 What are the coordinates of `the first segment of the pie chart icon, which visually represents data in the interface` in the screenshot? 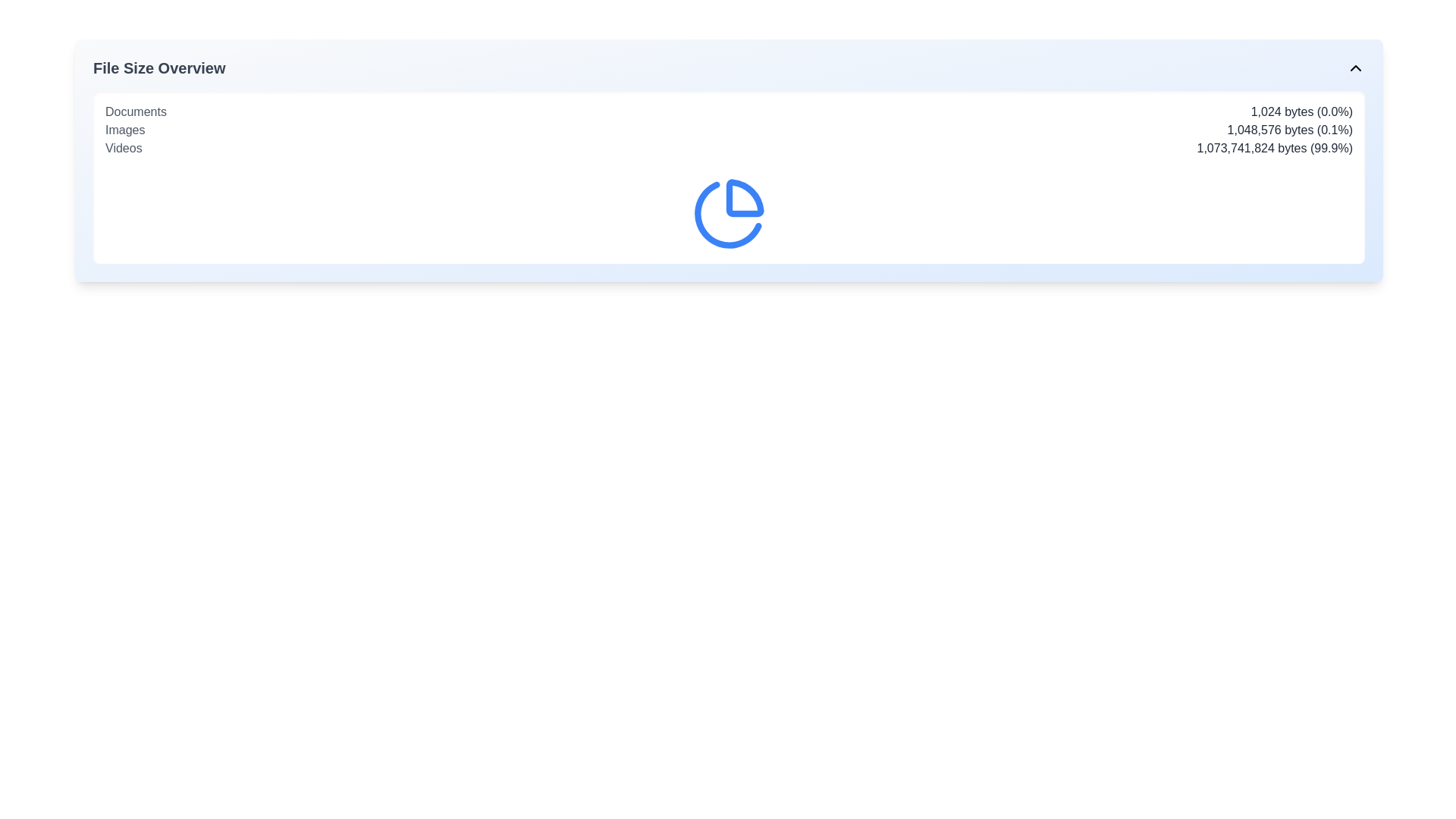 It's located at (745, 197).